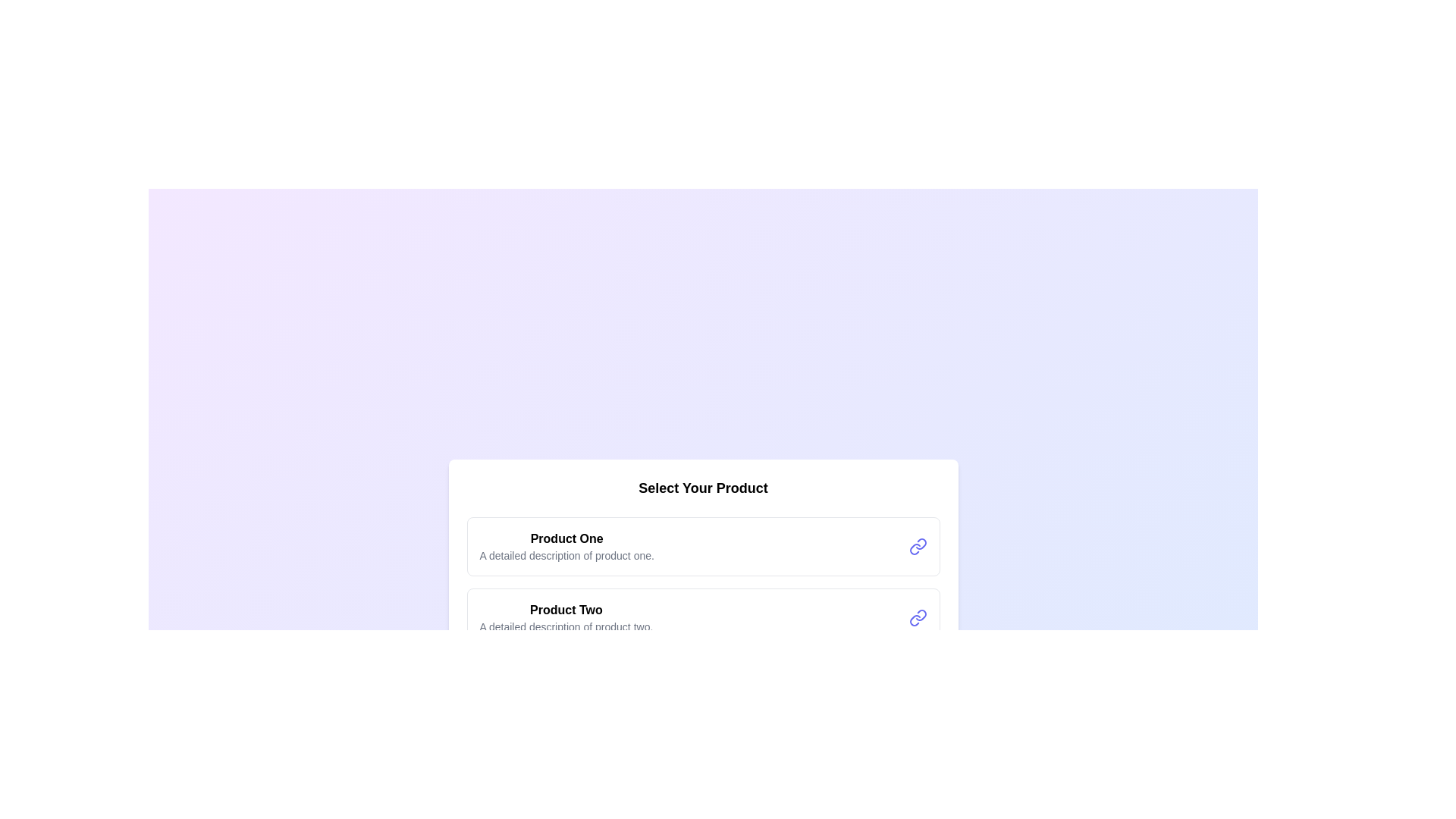 The width and height of the screenshot is (1456, 819). Describe the element at coordinates (917, 547) in the screenshot. I see `the blue link icon resembling a chain, located next to the description 'A detailed description of product one.' under the title 'Product One'` at that location.